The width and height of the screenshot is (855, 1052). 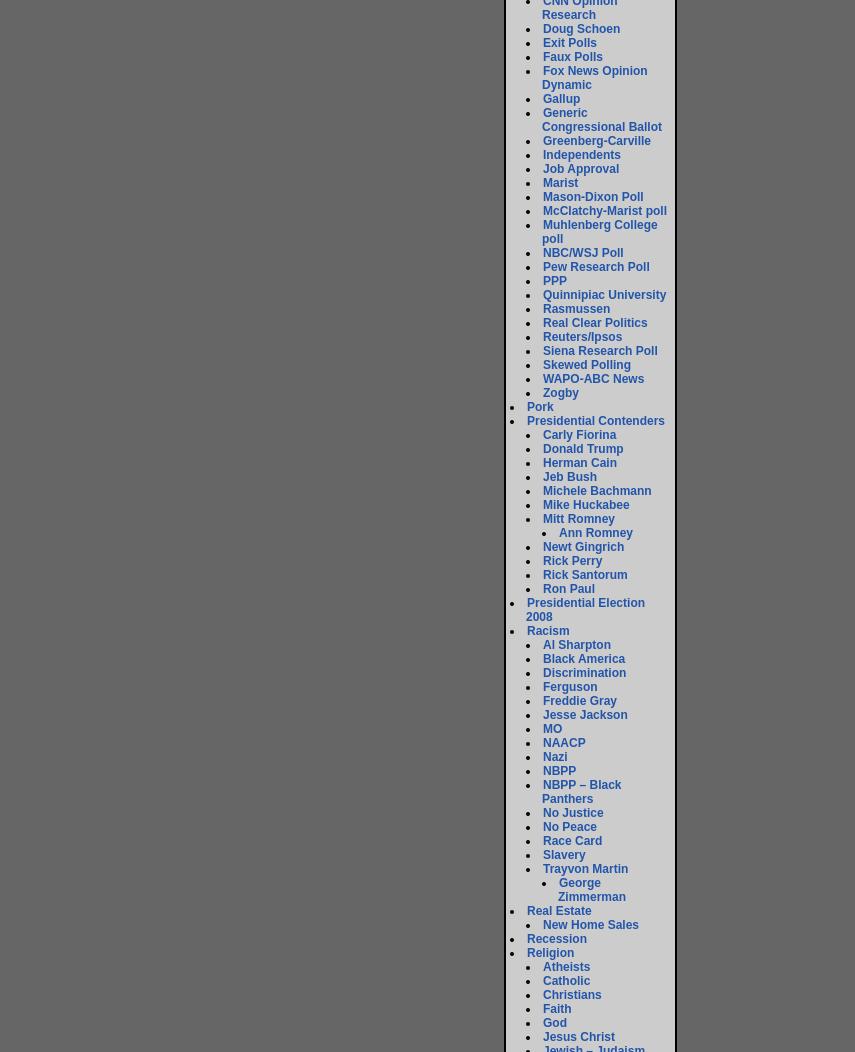 What do you see at coordinates (559, 183) in the screenshot?
I see `'Marist'` at bounding box center [559, 183].